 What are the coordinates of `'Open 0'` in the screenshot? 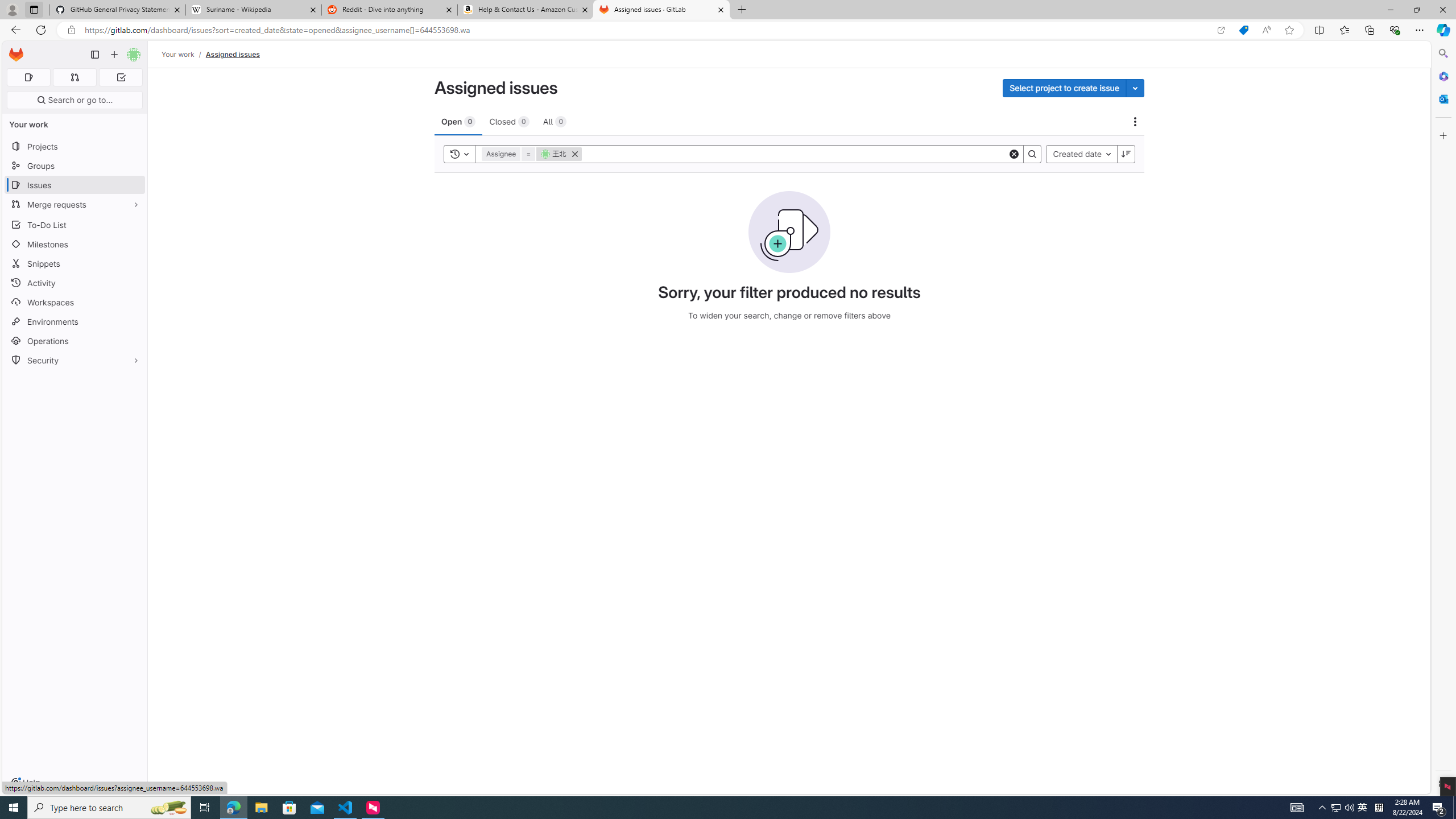 It's located at (458, 121).